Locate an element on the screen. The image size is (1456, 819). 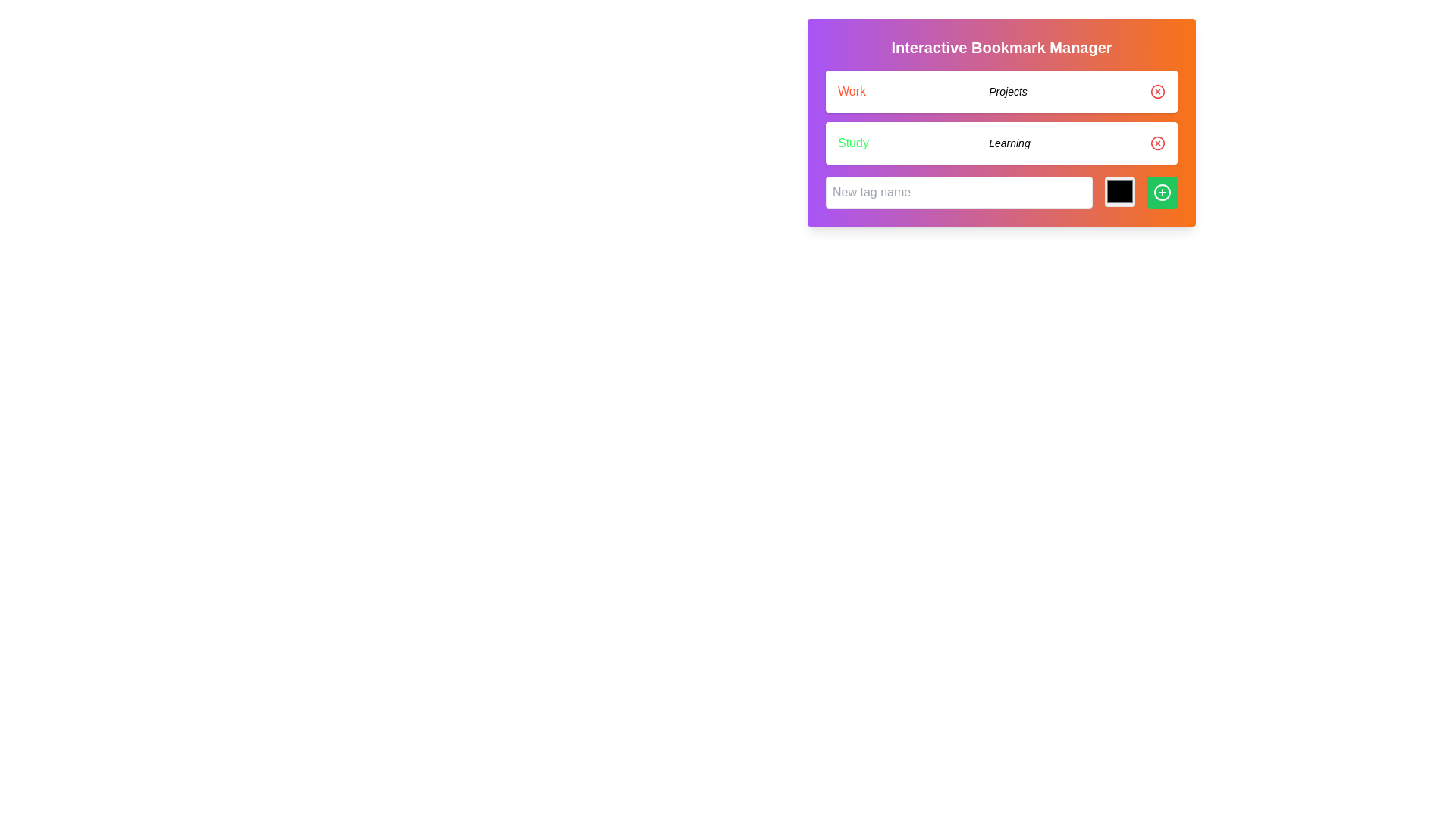
the SVG circle representing the boundary of the plus symbol in the 'Add' button located on the right side of the application panel, adjacent to the input field for new tag names is located at coordinates (1161, 192).